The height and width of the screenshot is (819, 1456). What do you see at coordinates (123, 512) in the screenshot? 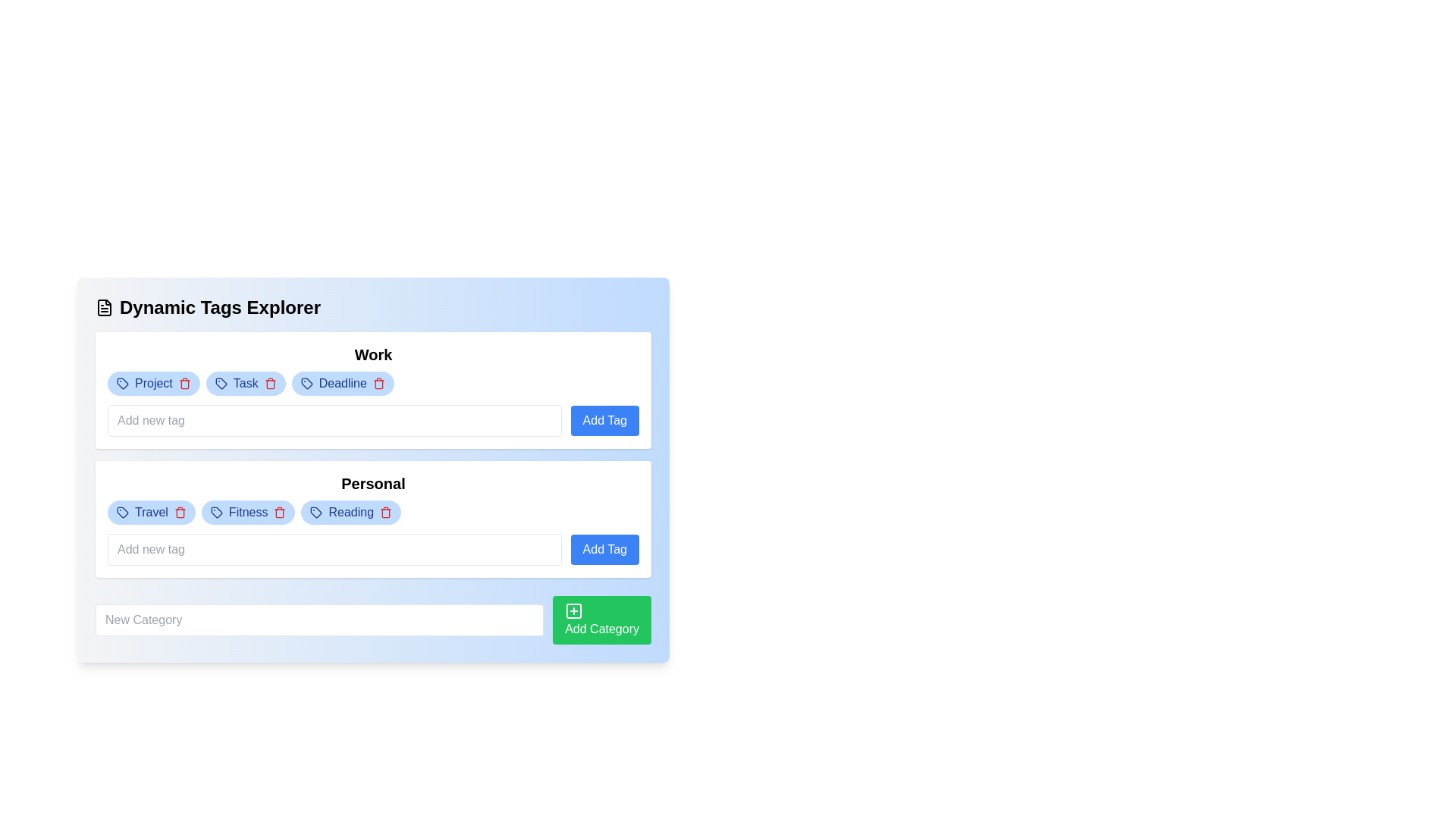
I see `the tag icon located in the 'Personal' category group, near the 'Travel' label, to identify the associated category` at bounding box center [123, 512].